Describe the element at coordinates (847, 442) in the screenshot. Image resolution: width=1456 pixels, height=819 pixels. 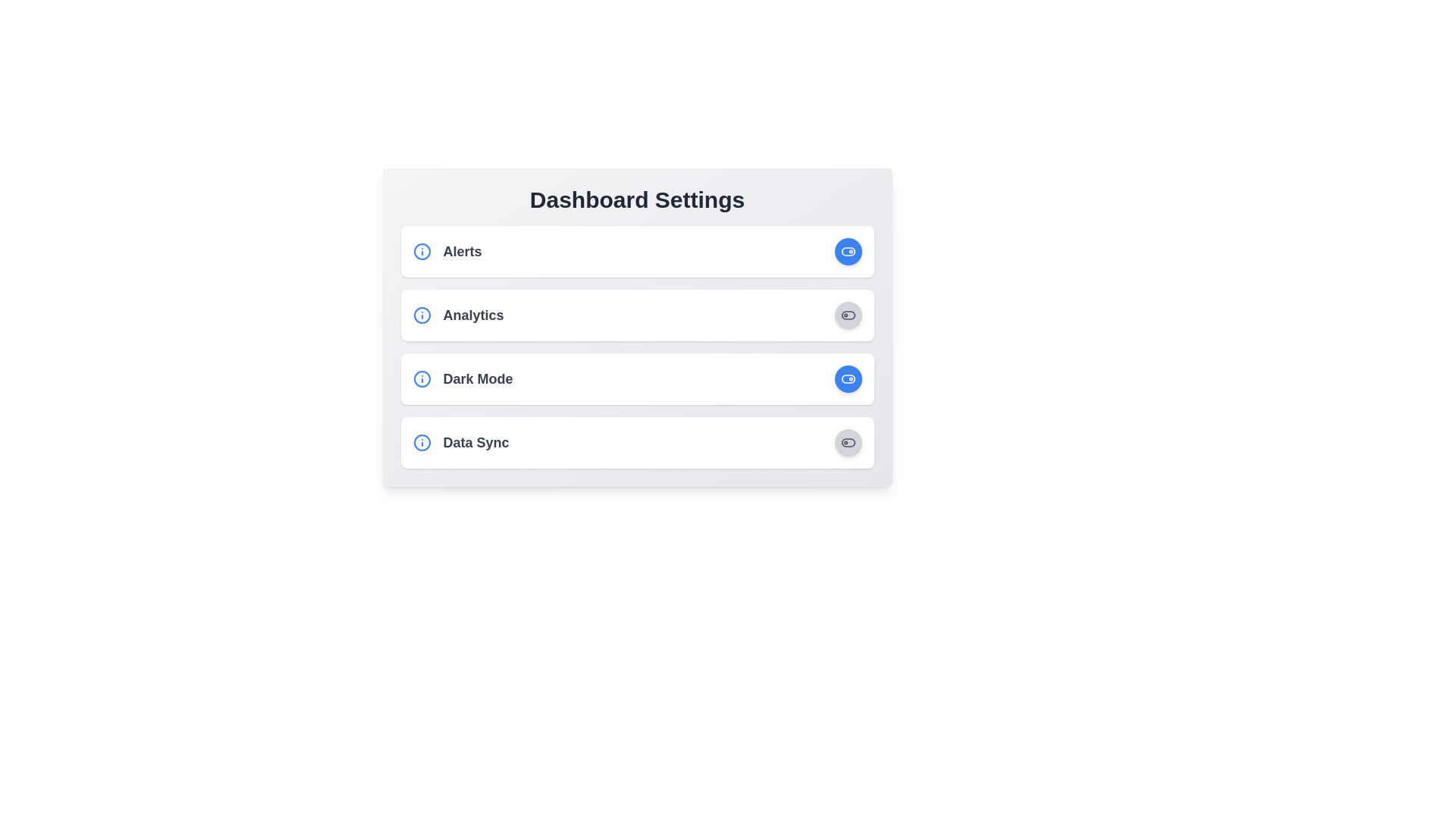
I see `toggle button for Data Sync to toggle its state` at that location.